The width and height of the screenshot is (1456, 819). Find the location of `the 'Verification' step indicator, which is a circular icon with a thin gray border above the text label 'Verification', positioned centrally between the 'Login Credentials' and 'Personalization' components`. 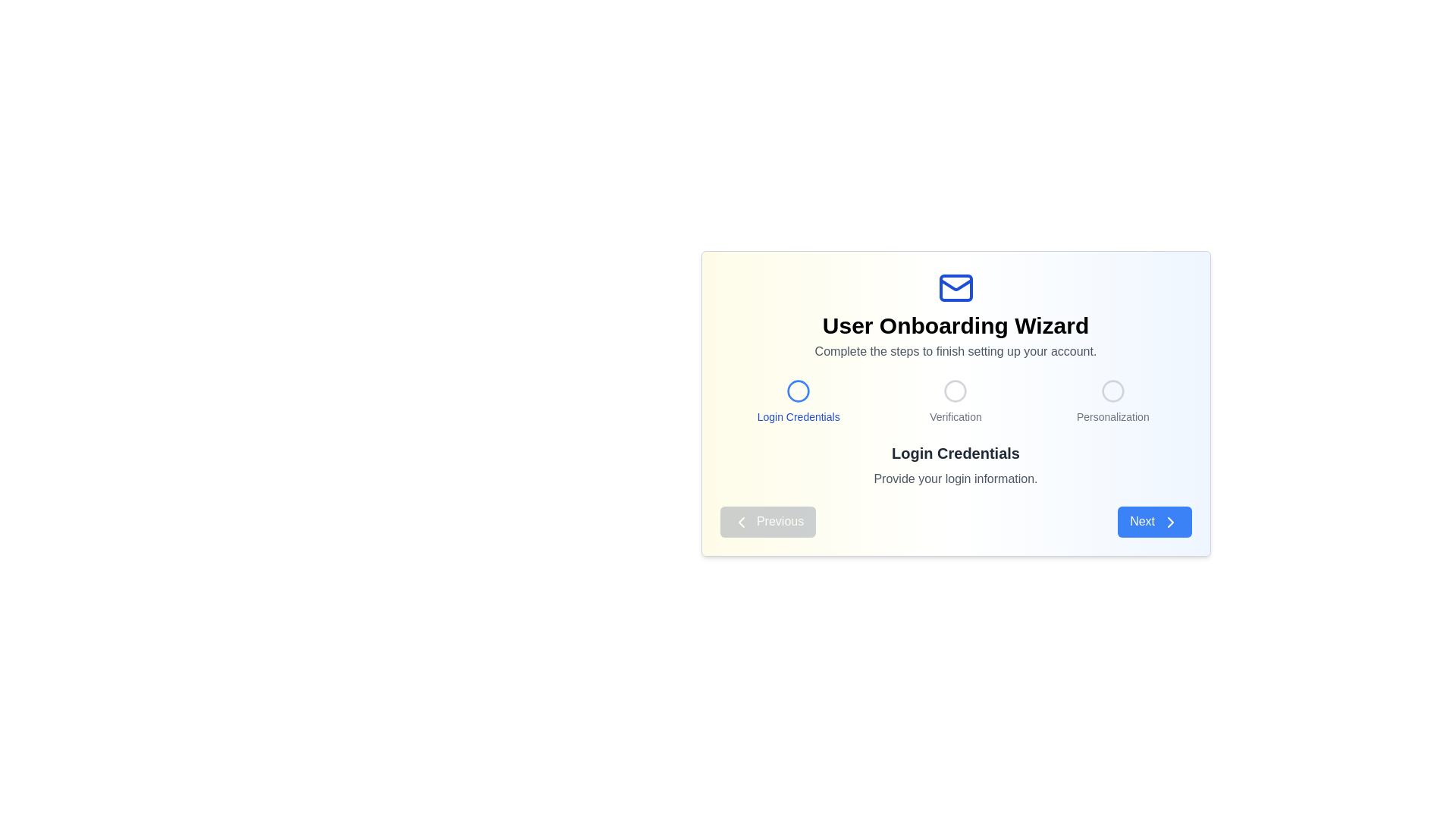

the 'Verification' step indicator, which is a circular icon with a thin gray border above the text label 'Verification', positioned centrally between the 'Login Credentials' and 'Personalization' components is located at coordinates (955, 400).